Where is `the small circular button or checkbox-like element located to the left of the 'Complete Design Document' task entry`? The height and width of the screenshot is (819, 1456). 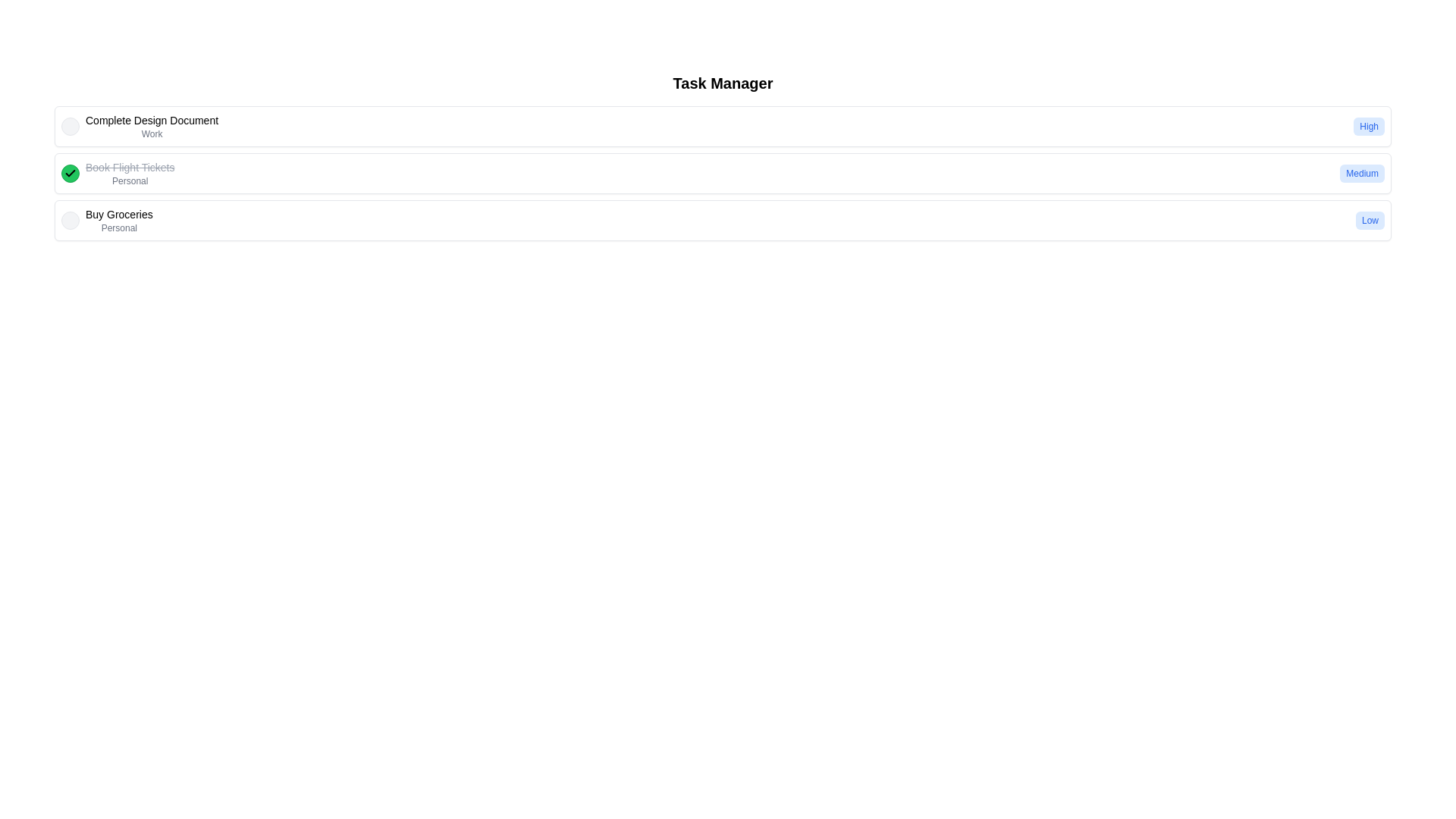 the small circular button or checkbox-like element located to the left of the 'Complete Design Document' task entry is located at coordinates (69, 125).